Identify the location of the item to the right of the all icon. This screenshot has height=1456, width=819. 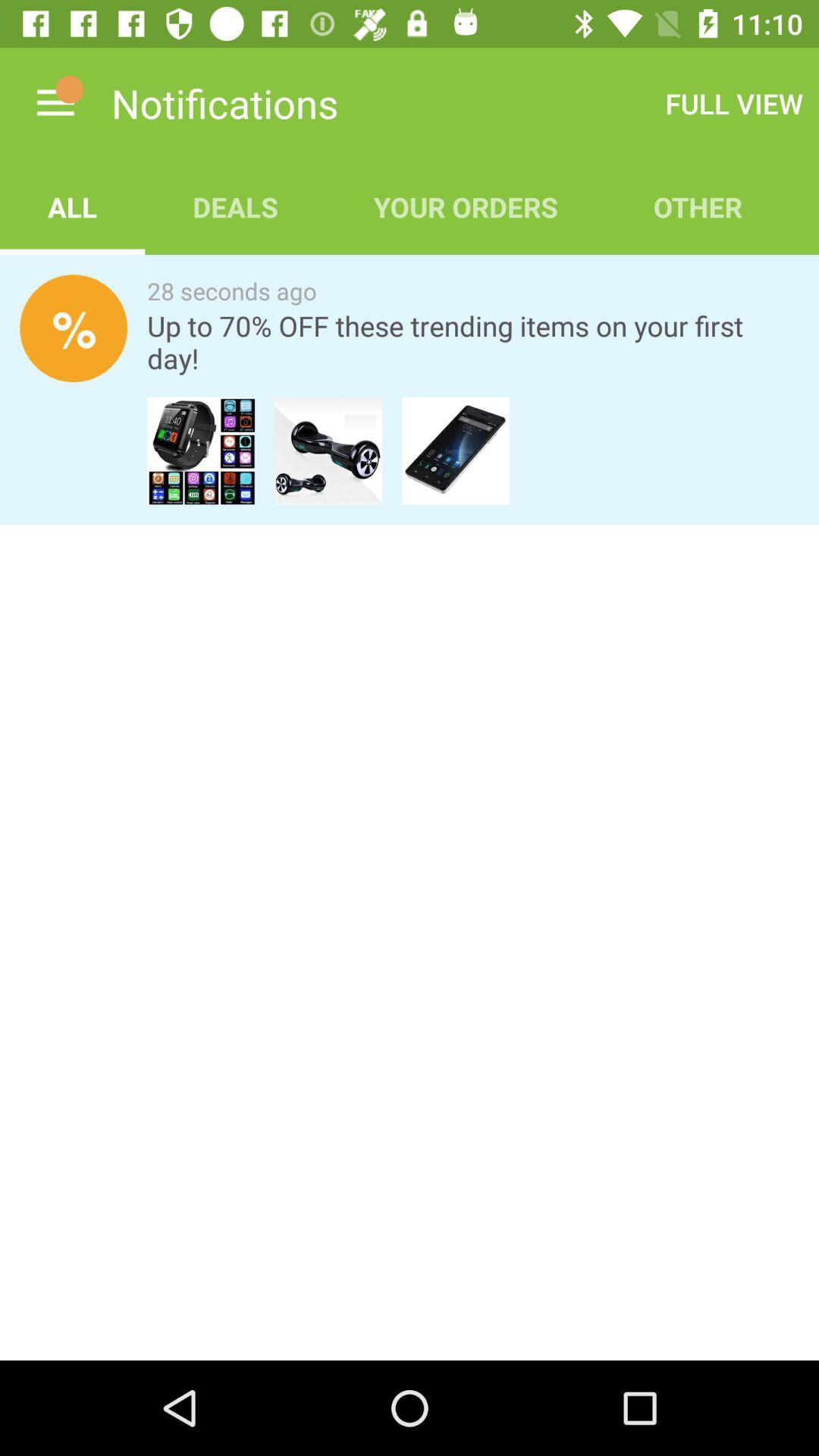
(235, 206).